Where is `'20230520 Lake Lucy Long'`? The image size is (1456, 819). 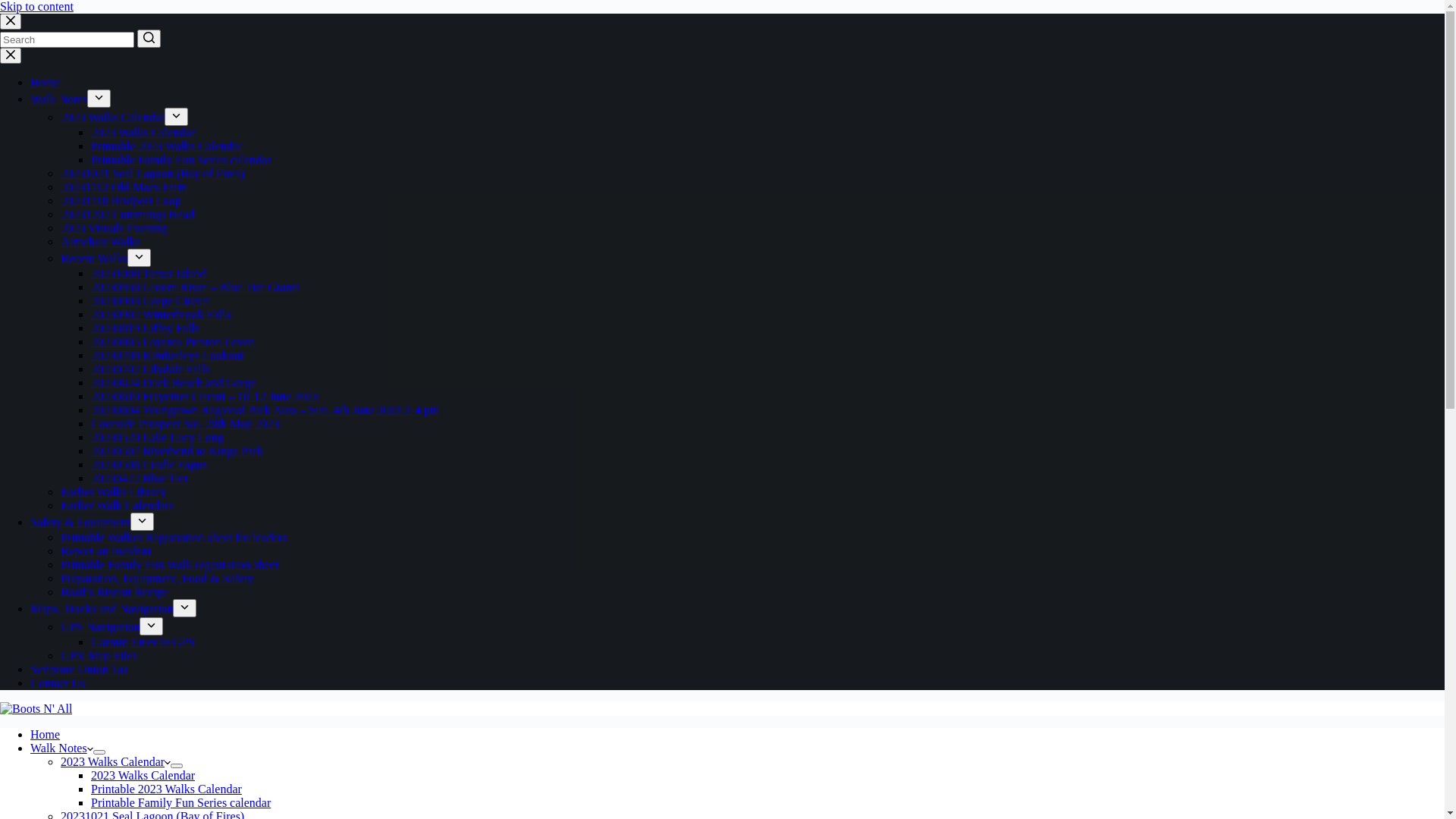 '20230520 Lake Lucy Long' is located at coordinates (157, 437).